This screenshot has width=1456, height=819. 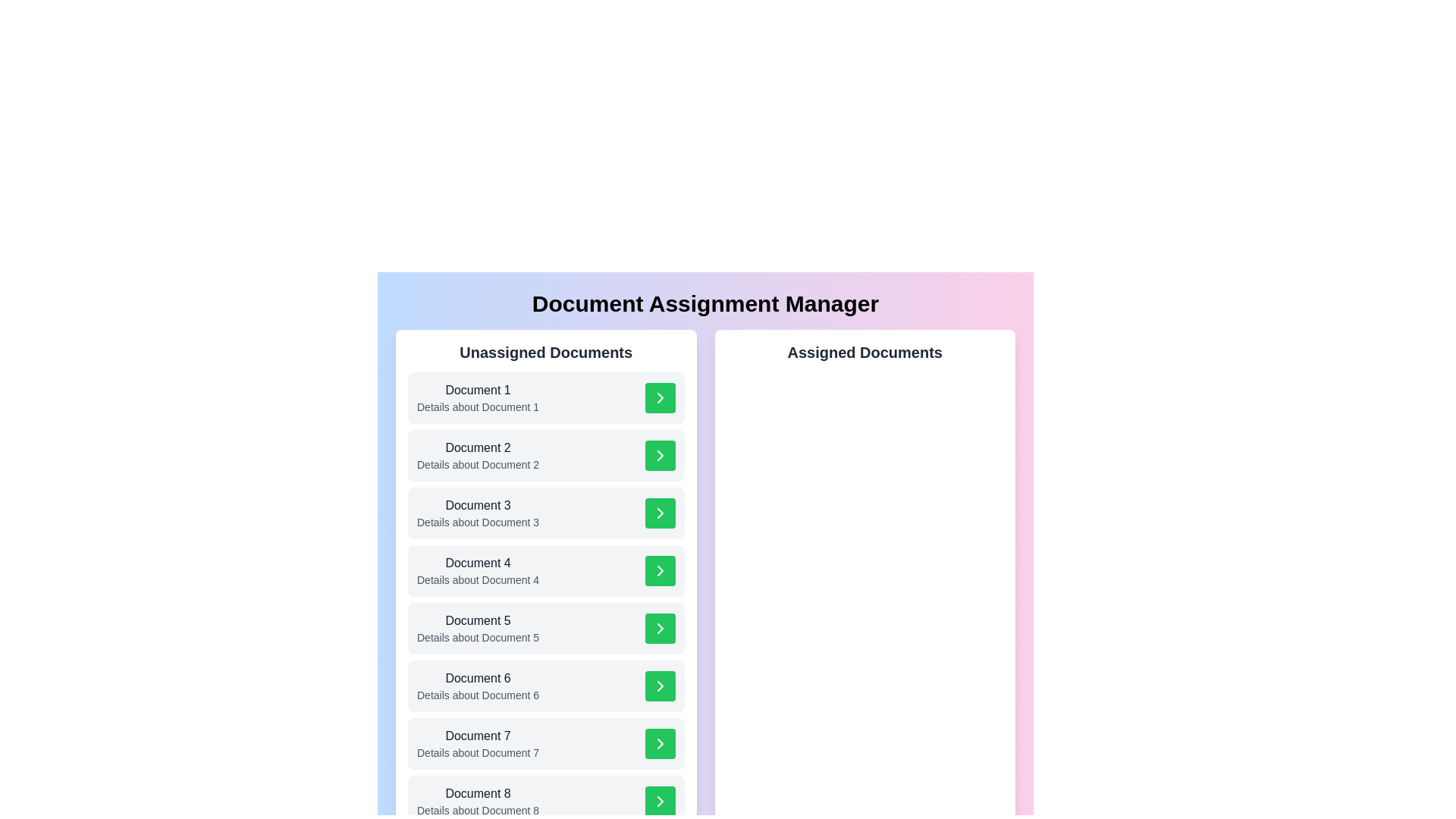 What do you see at coordinates (477, 390) in the screenshot?
I see `the text label element displaying 'Document 1' in bold dark gray font, located above the details in the 'Unassigned Documents' list` at bounding box center [477, 390].